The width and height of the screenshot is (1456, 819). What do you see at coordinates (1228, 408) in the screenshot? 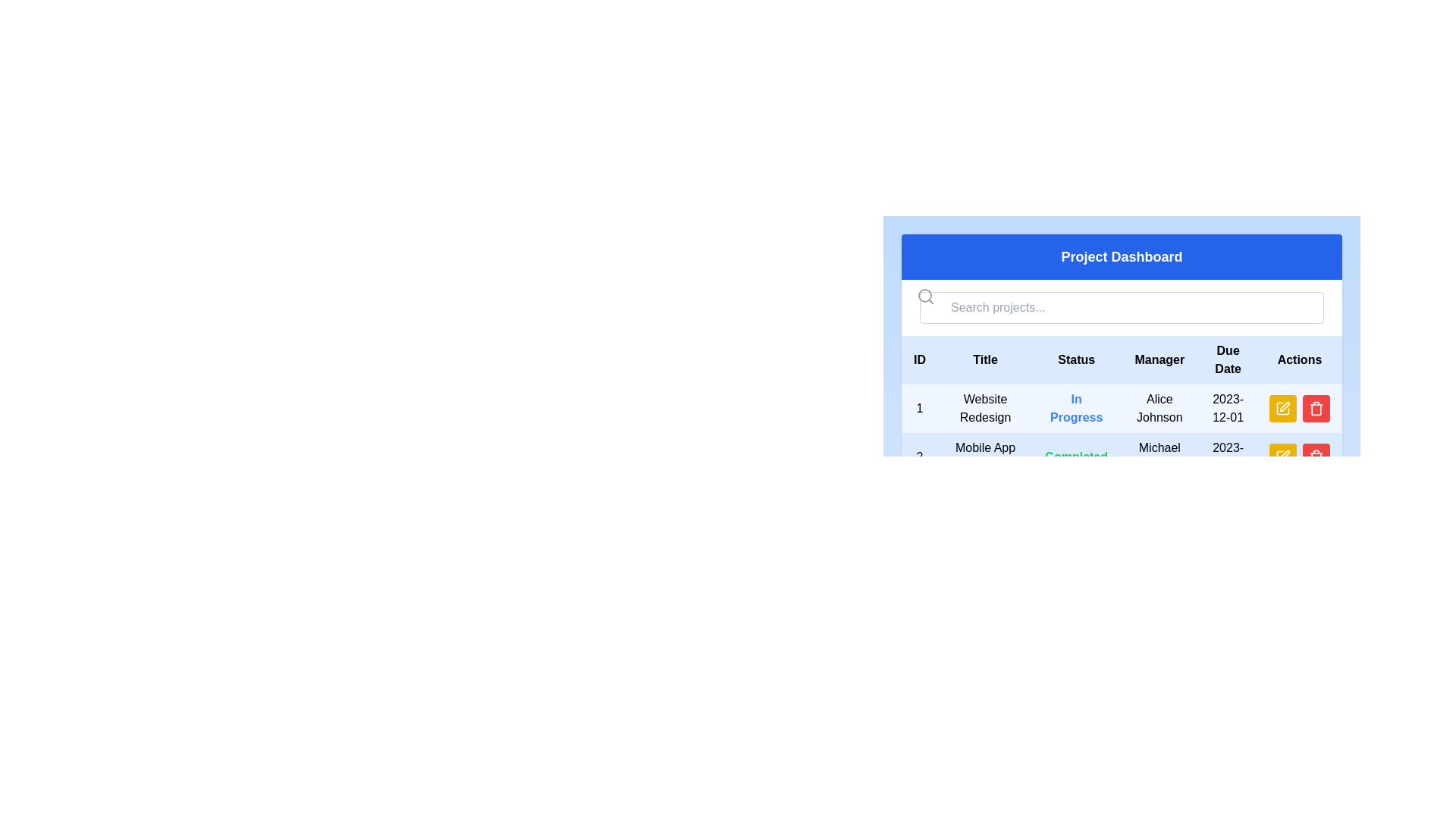
I see `the static text displaying '2023-12-01', which is centered in the last column of the first row in the 'Project Dashboard' data table` at bounding box center [1228, 408].